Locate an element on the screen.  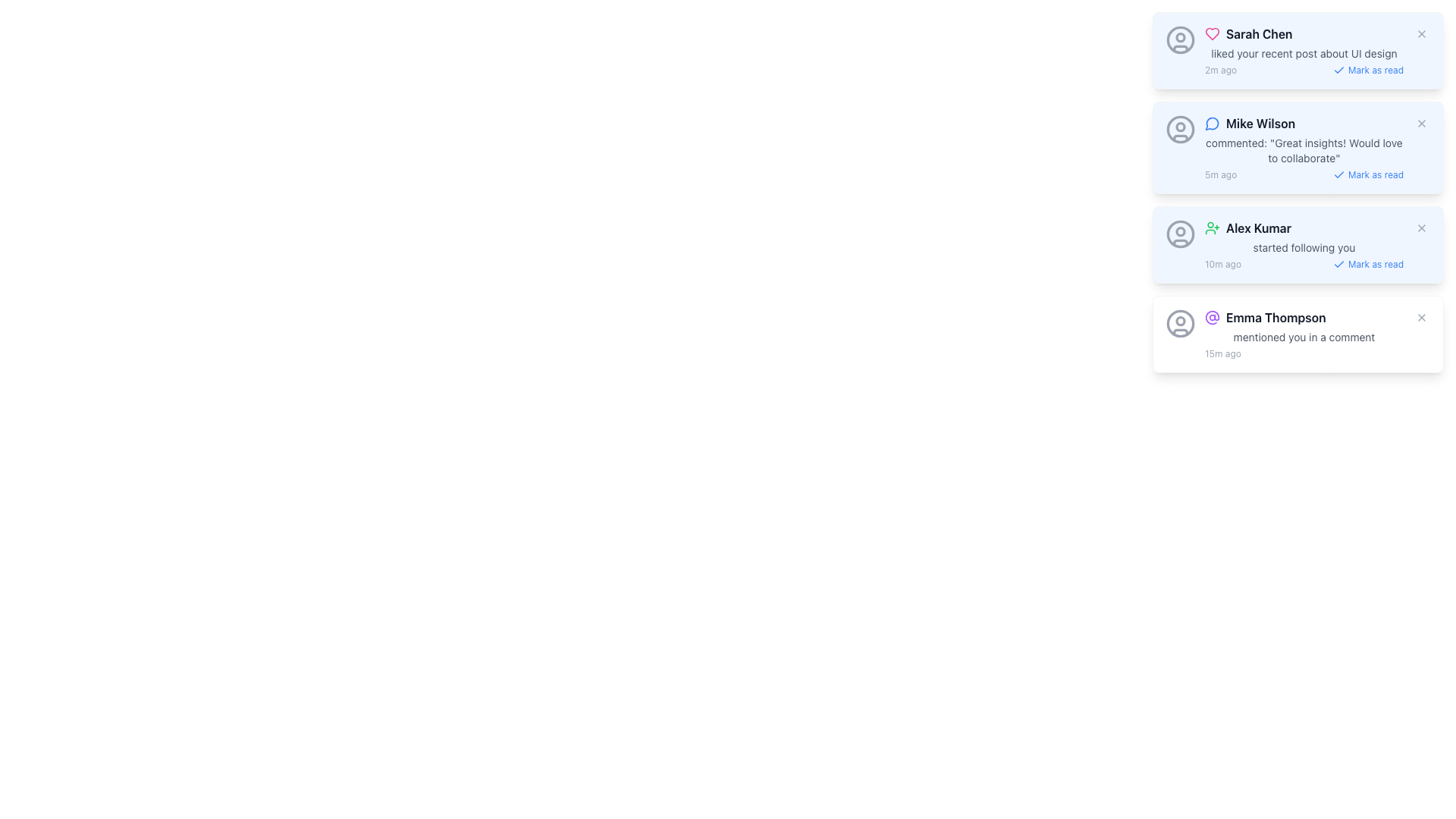
the user avatar icon located in the upper-left of the notification card related to 'Sarah Chen' is located at coordinates (1179, 39).